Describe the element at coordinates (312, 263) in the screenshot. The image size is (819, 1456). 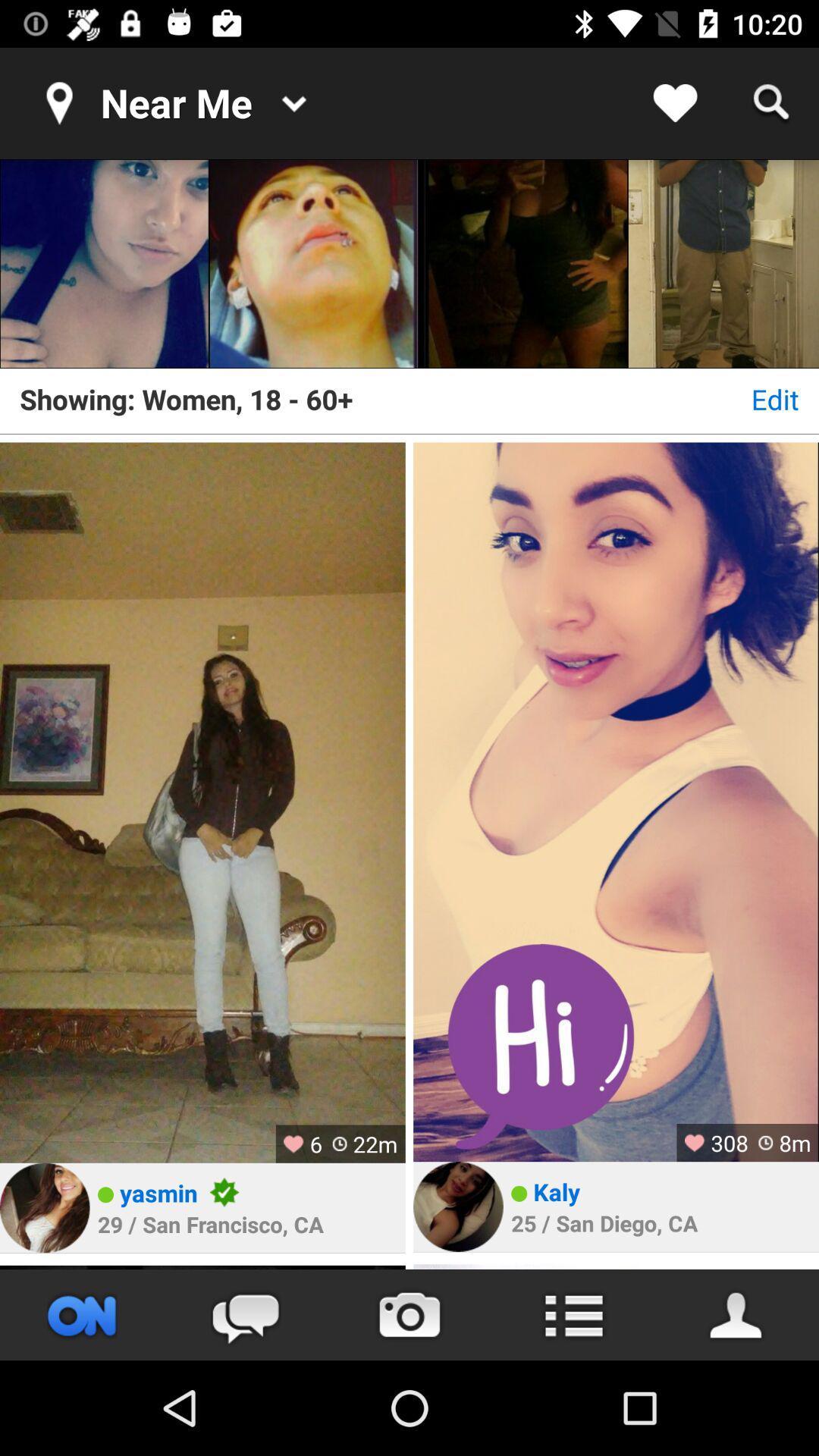
I see `person image` at that location.